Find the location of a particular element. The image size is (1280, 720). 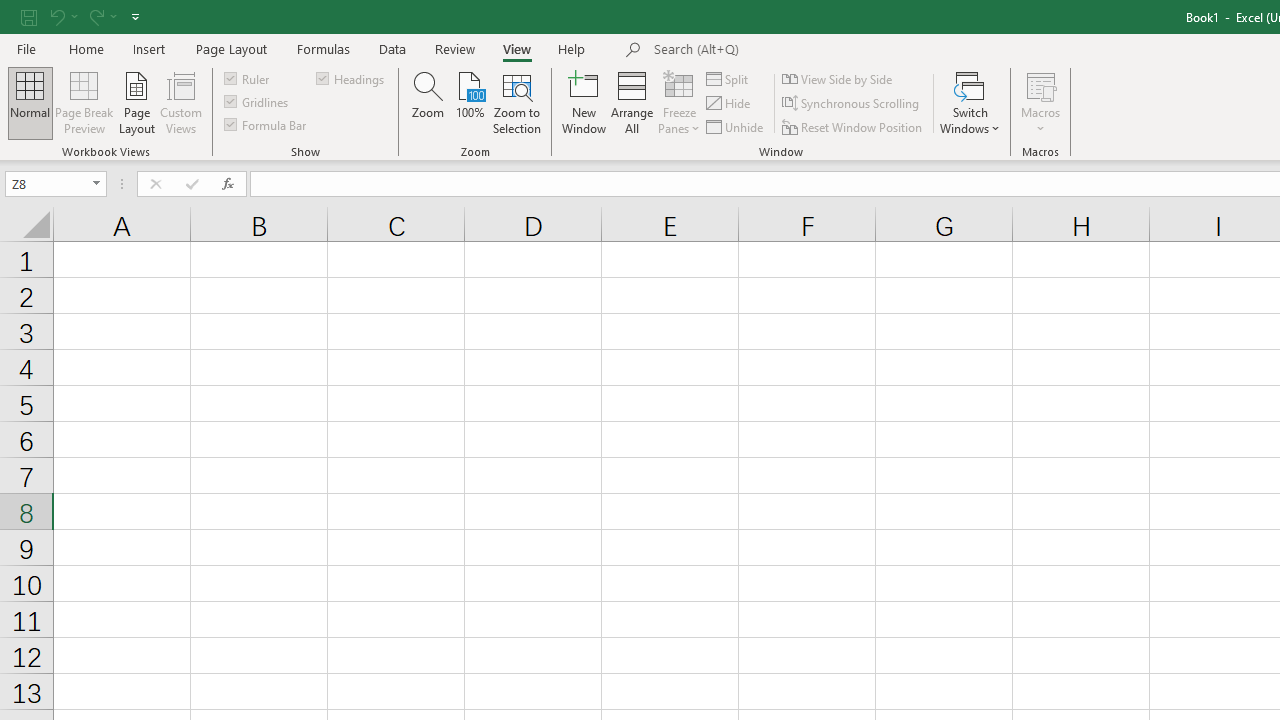

'Arrange All' is located at coordinates (631, 103).